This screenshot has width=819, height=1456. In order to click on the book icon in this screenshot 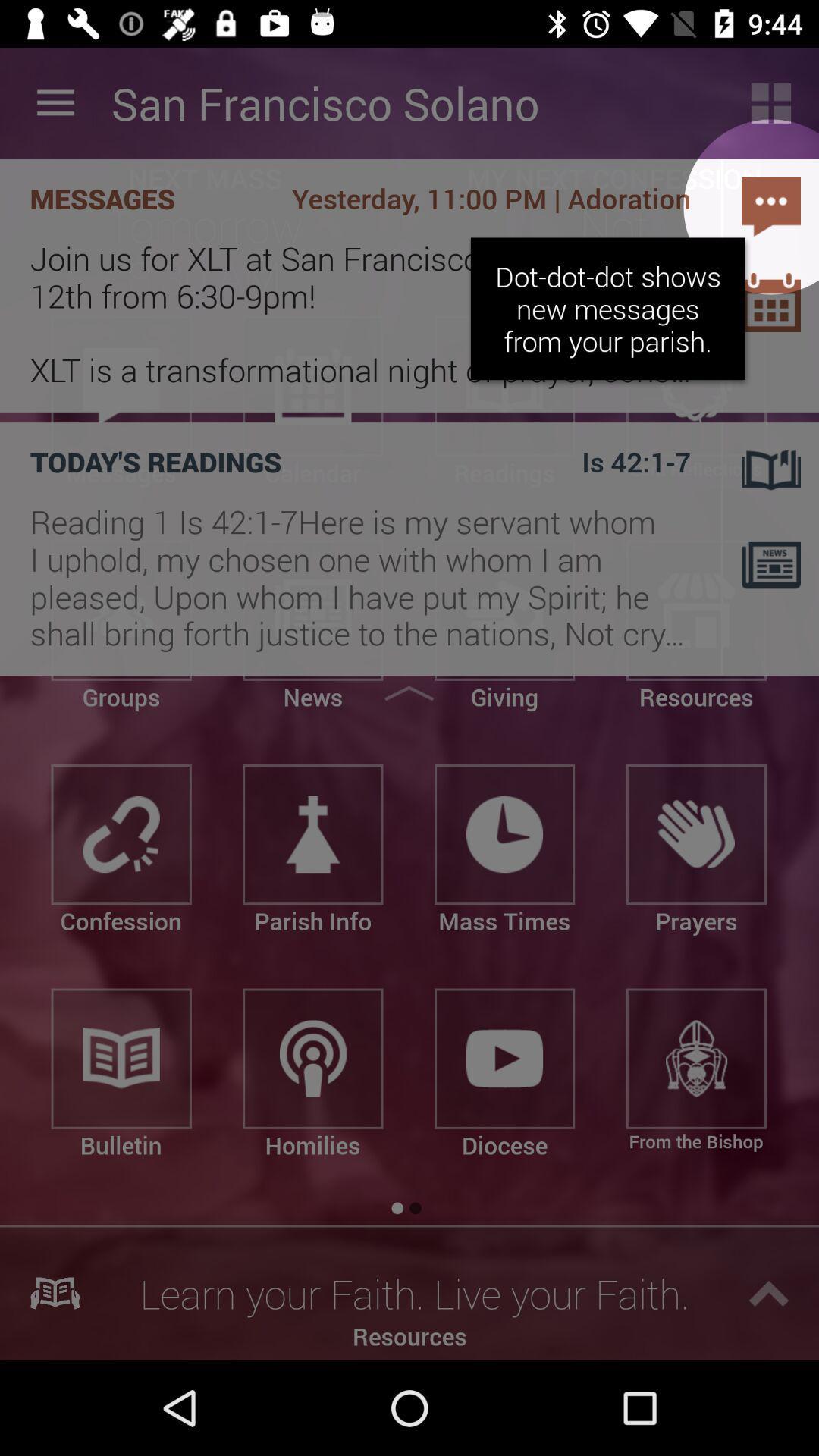, I will do `click(771, 469)`.